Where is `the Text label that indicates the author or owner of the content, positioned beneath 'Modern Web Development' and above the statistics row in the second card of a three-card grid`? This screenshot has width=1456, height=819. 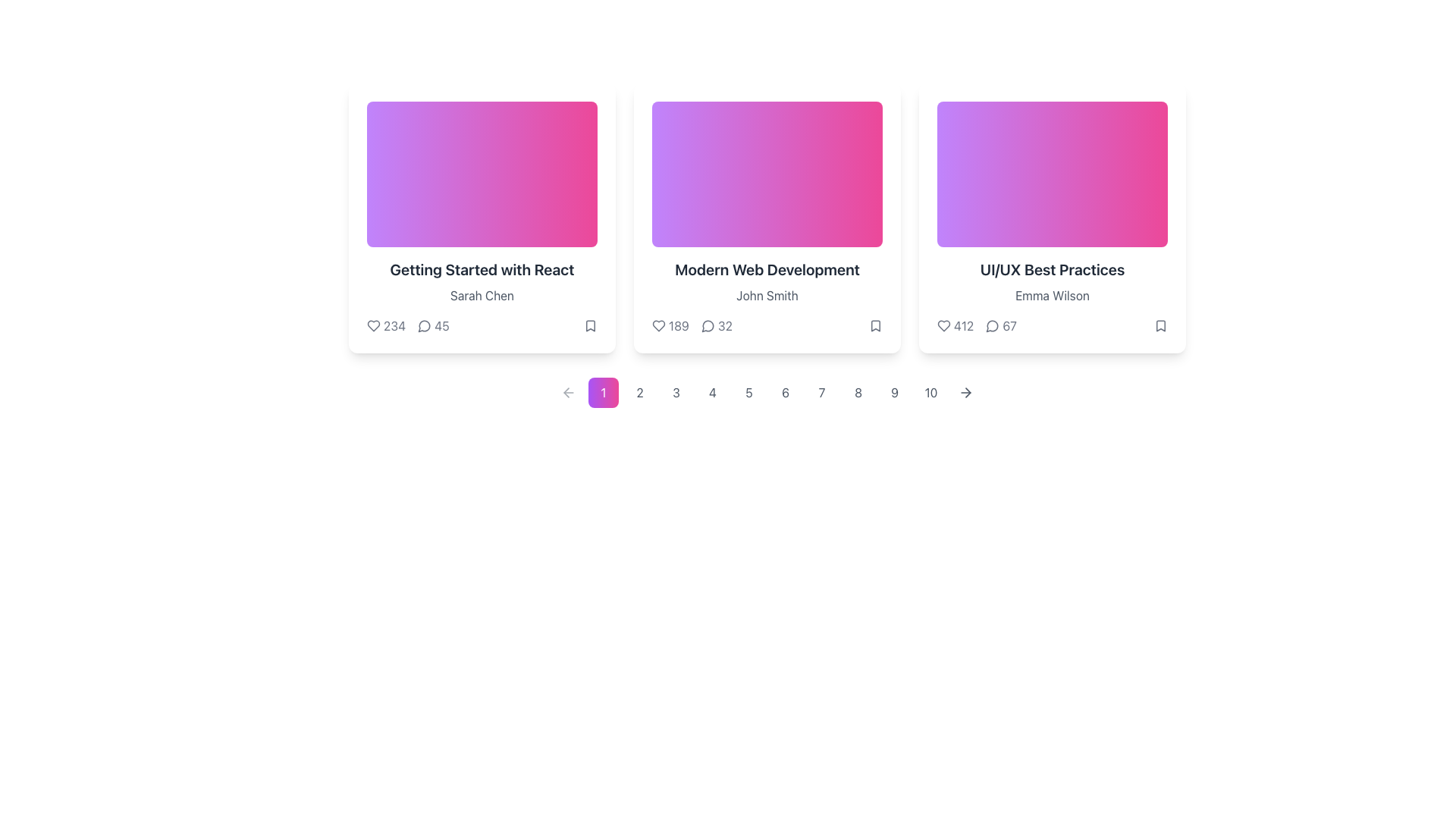
the Text label that indicates the author or owner of the content, positioned beneath 'Modern Web Development' and above the statistics row in the second card of a three-card grid is located at coordinates (767, 295).